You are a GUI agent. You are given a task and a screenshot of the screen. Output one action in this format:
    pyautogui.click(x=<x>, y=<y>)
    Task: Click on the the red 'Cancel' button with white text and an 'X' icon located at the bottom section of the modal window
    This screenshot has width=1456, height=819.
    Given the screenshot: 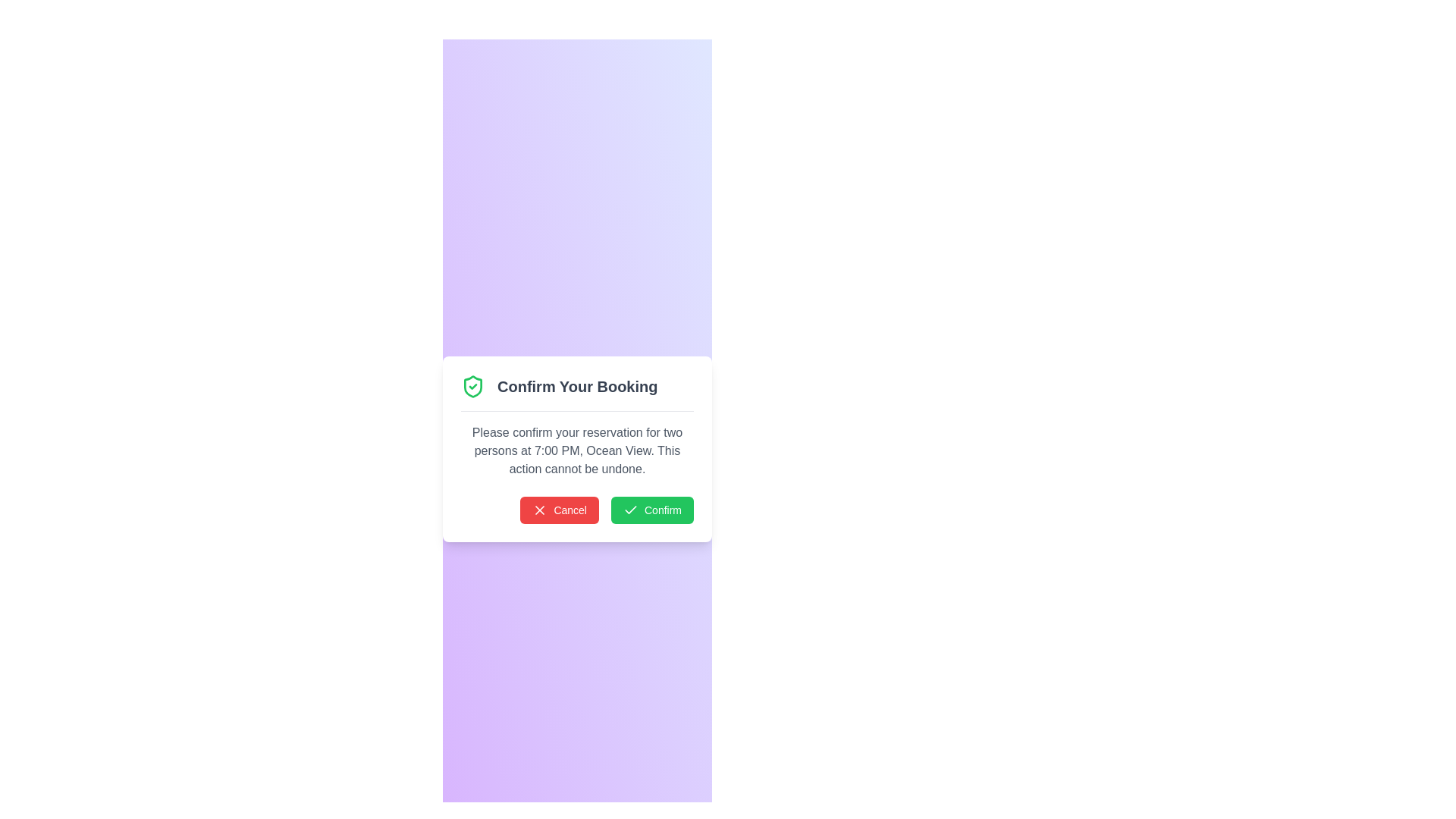 What is the action you would take?
    pyautogui.click(x=559, y=510)
    